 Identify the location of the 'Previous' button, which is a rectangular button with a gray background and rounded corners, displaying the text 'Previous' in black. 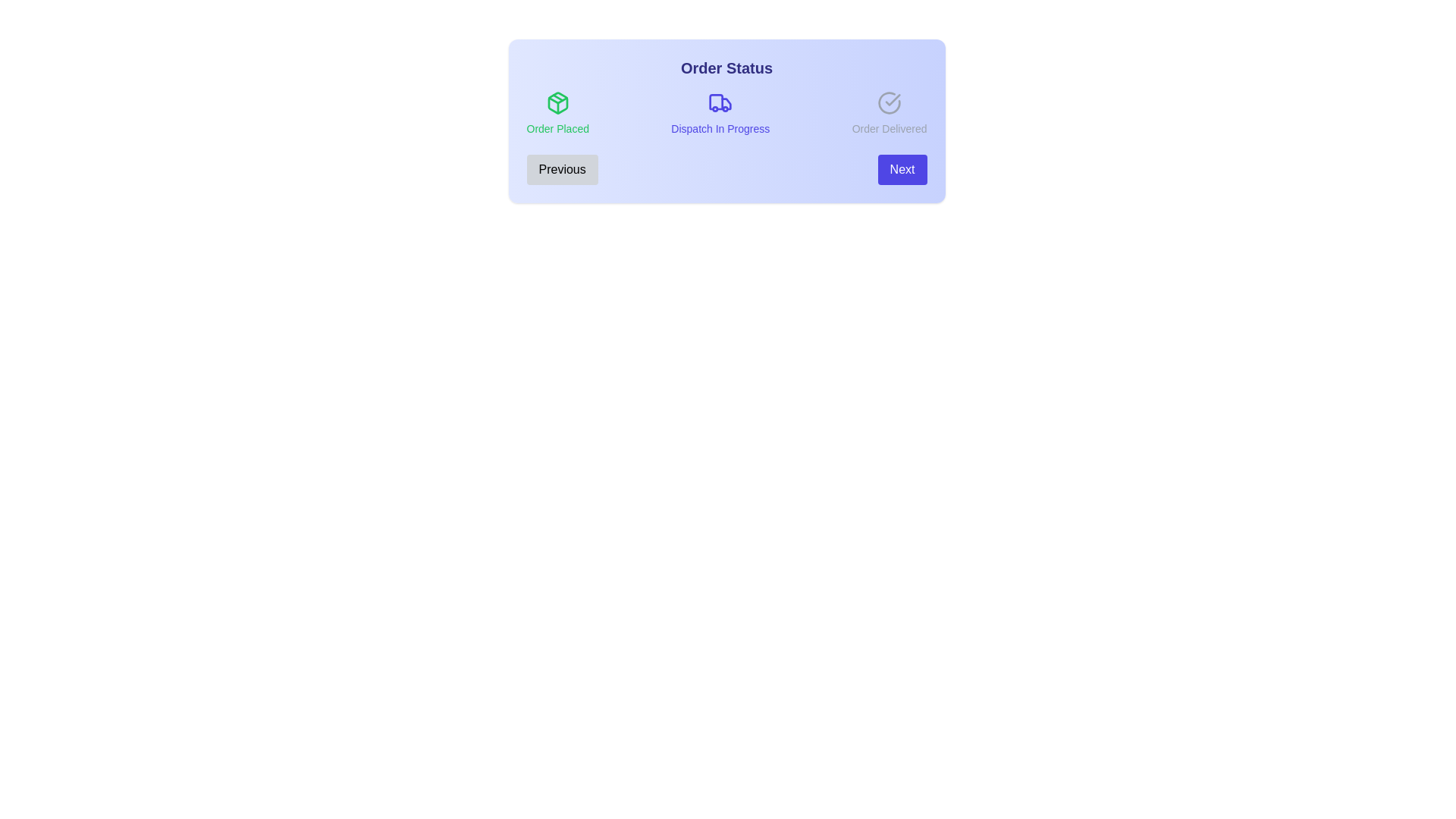
(561, 169).